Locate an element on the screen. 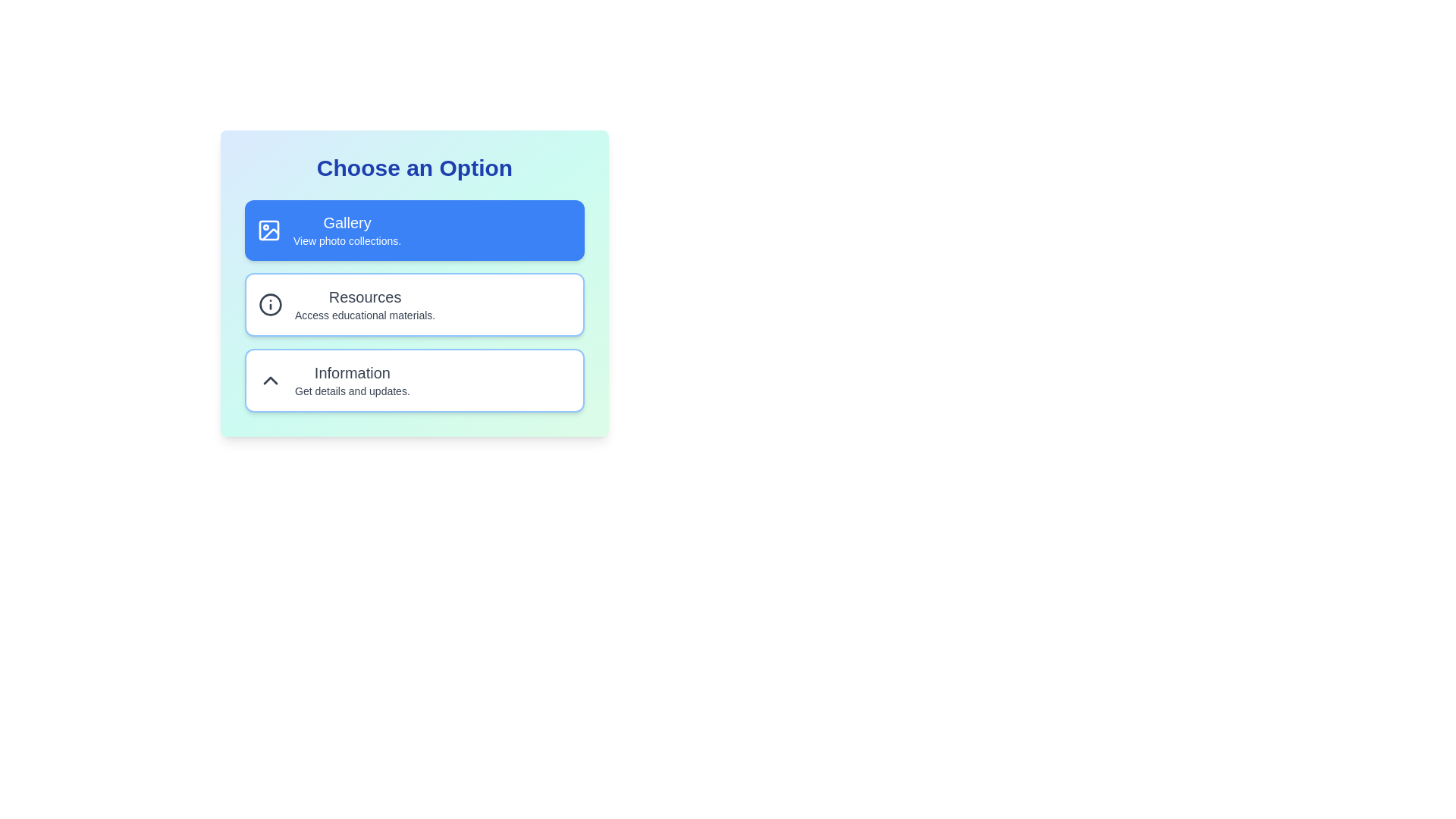 The width and height of the screenshot is (1456, 819). the informational text label located below the 'Information' section title, which serves as supplementary context is located at coordinates (351, 391).